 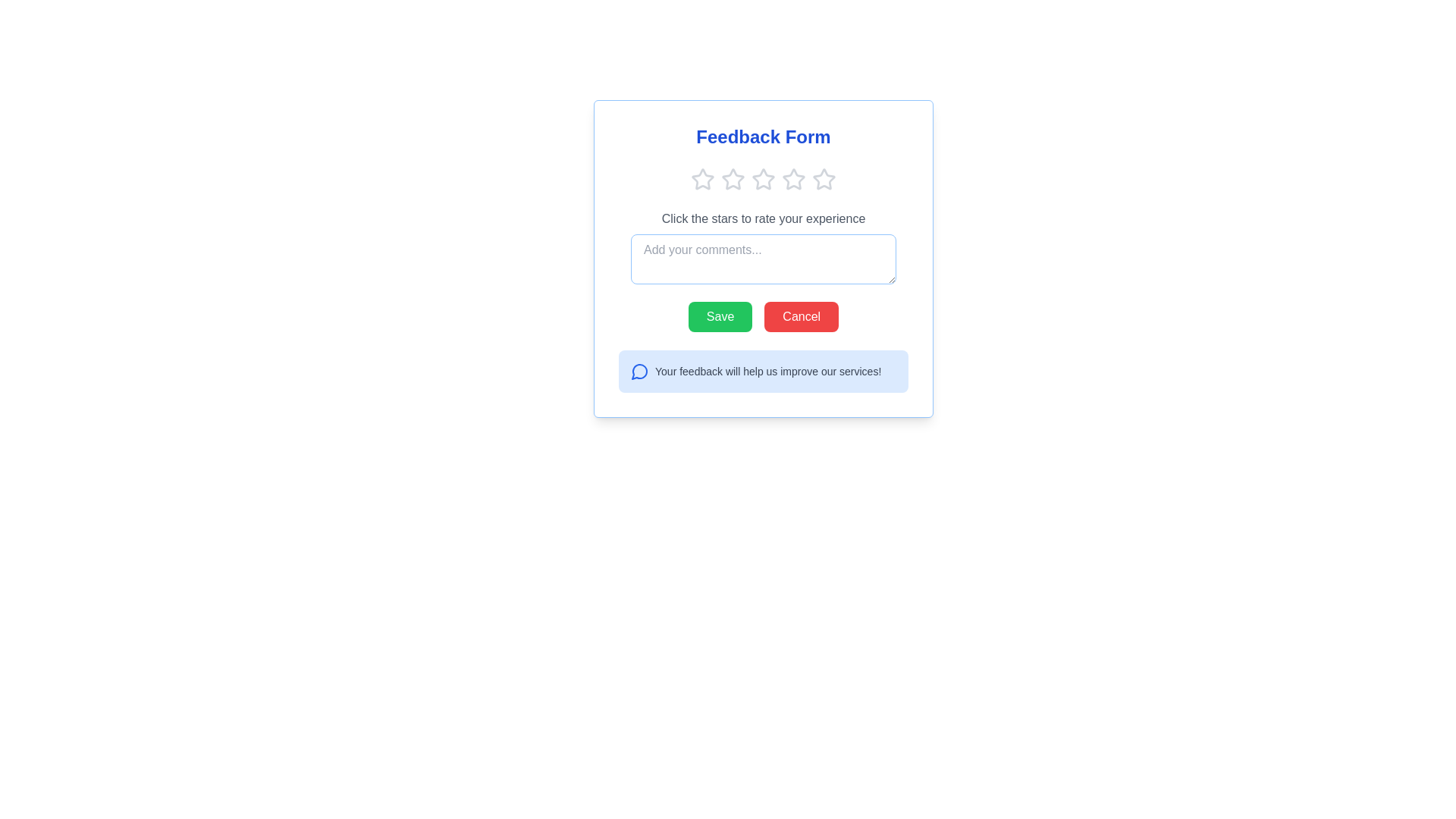 What do you see at coordinates (823, 178) in the screenshot?
I see `the fifth star icon in the rating section` at bounding box center [823, 178].